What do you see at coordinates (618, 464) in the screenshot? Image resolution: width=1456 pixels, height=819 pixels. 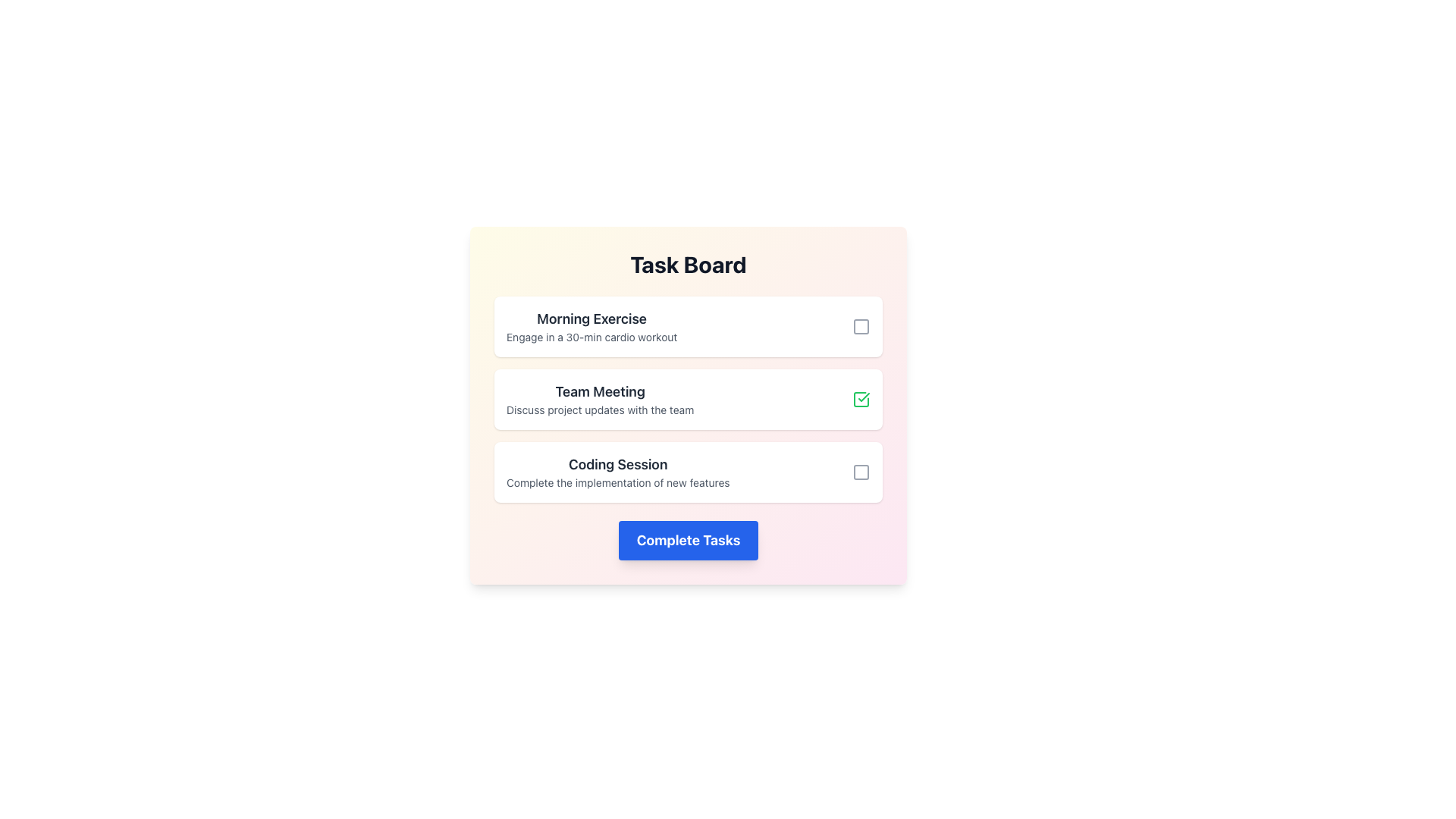 I see `the text label displaying the title 'Coding Session' within the third task entry of the vertical task list` at bounding box center [618, 464].